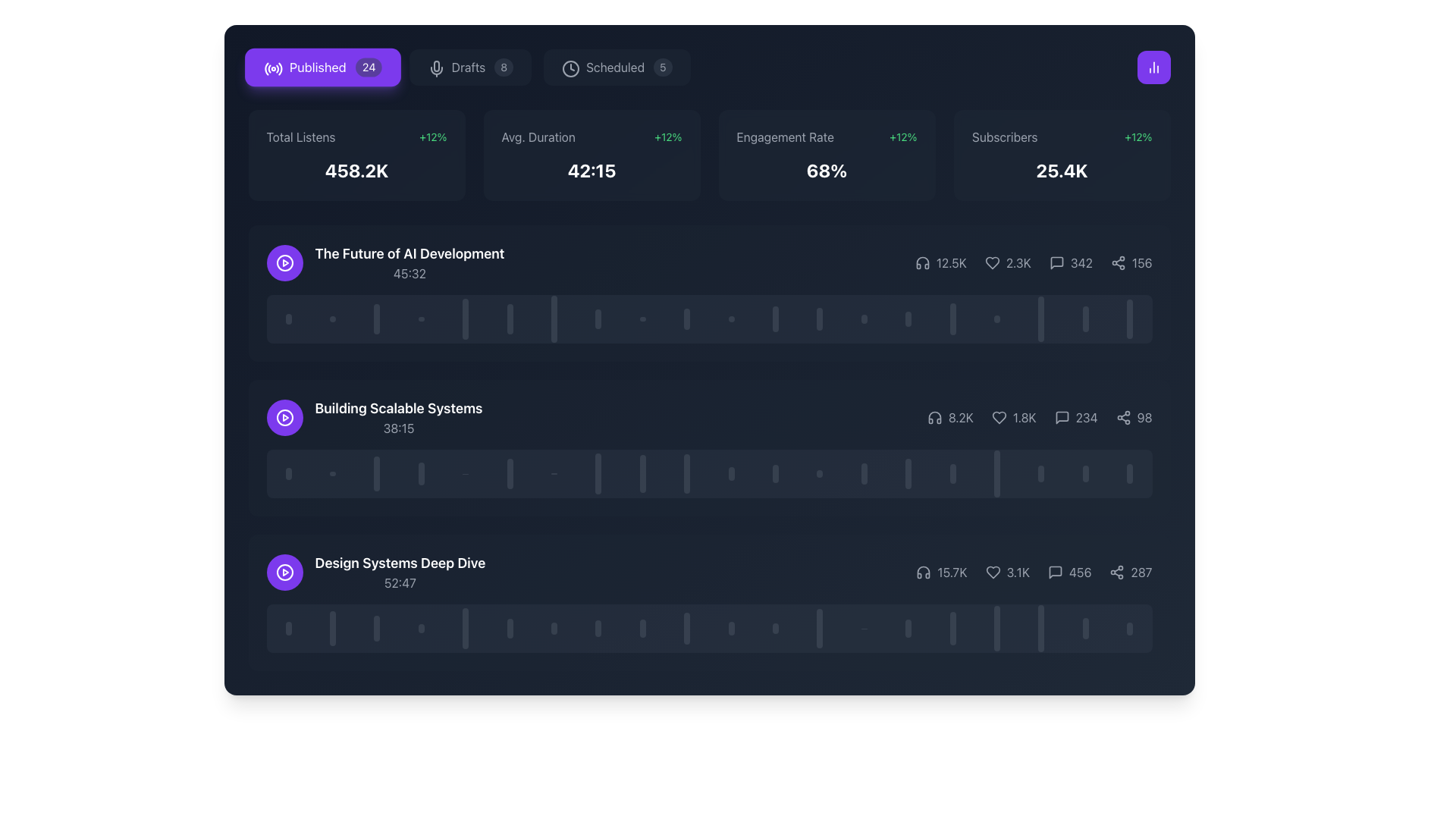 This screenshot has width=1456, height=819. Describe the element at coordinates (1153, 66) in the screenshot. I see `the column chart icon embedded within the violet rounded rectangular button` at that location.